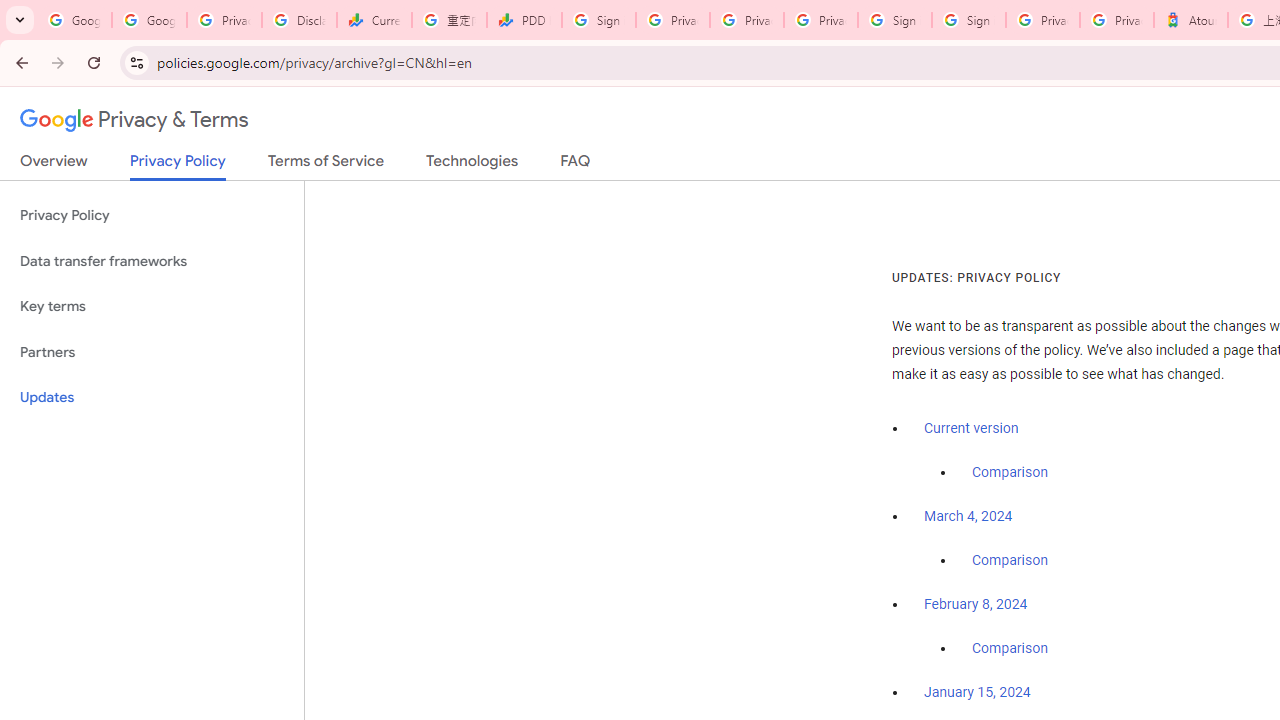 This screenshot has width=1280, height=720. Describe the element at coordinates (976, 604) in the screenshot. I see `'February 8, 2024'` at that location.